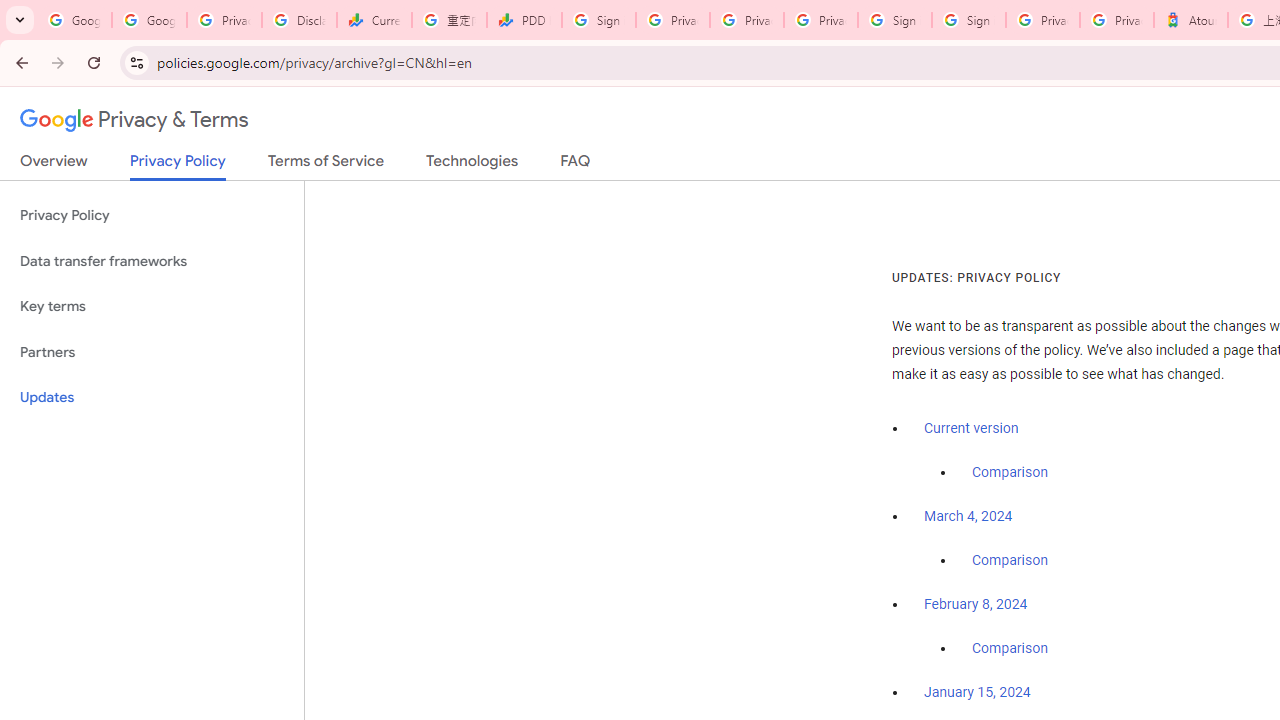 This screenshot has width=1280, height=720. Describe the element at coordinates (976, 604) in the screenshot. I see `'February 8, 2024'` at that location.